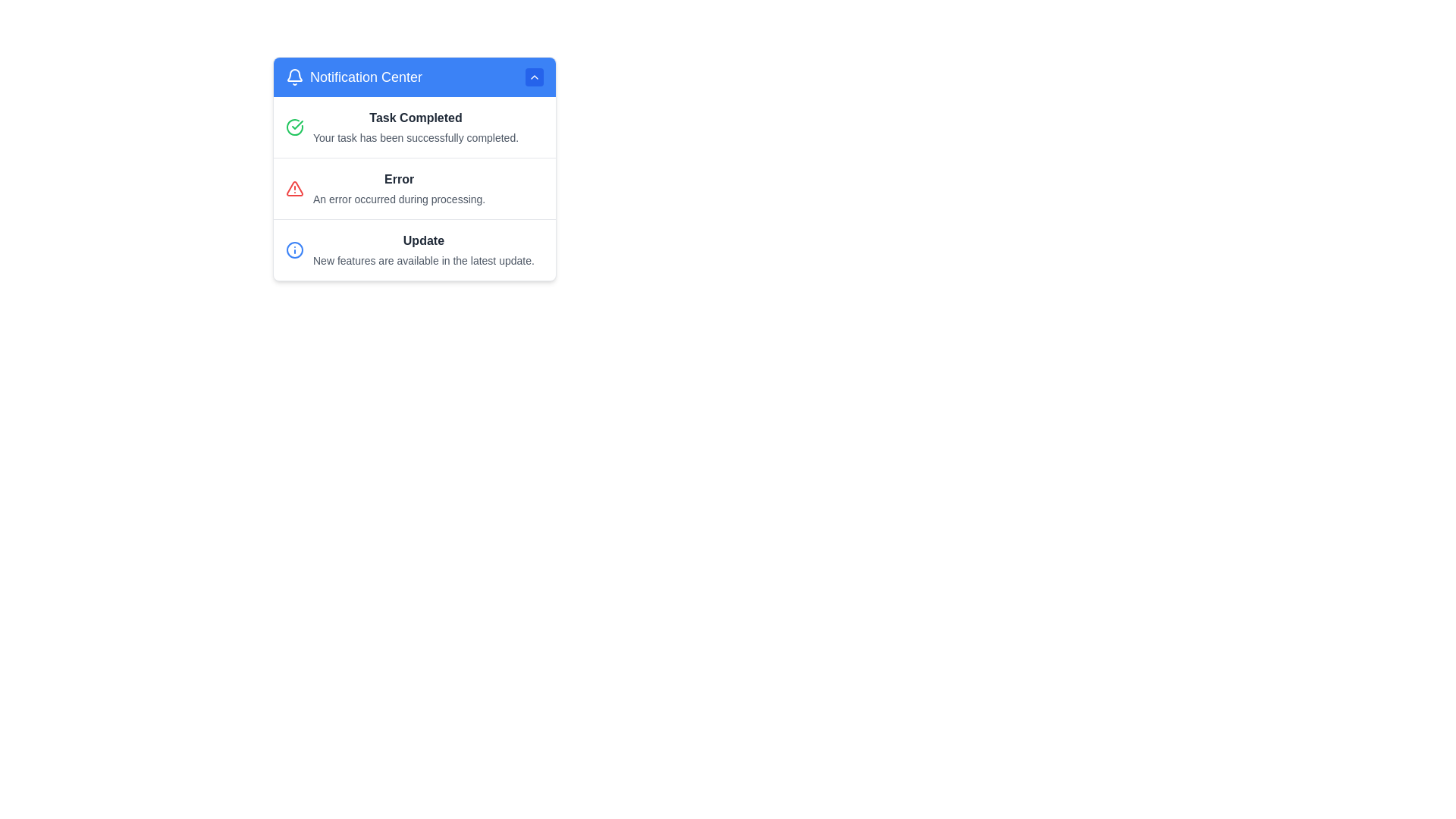 Image resolution: width=1456 pixels, height=819 pixels. What do you see at coordinates (415, 234) in the screenshot?
I see `an individual notification within the Notification Panel` at bounding box center [415, 234].